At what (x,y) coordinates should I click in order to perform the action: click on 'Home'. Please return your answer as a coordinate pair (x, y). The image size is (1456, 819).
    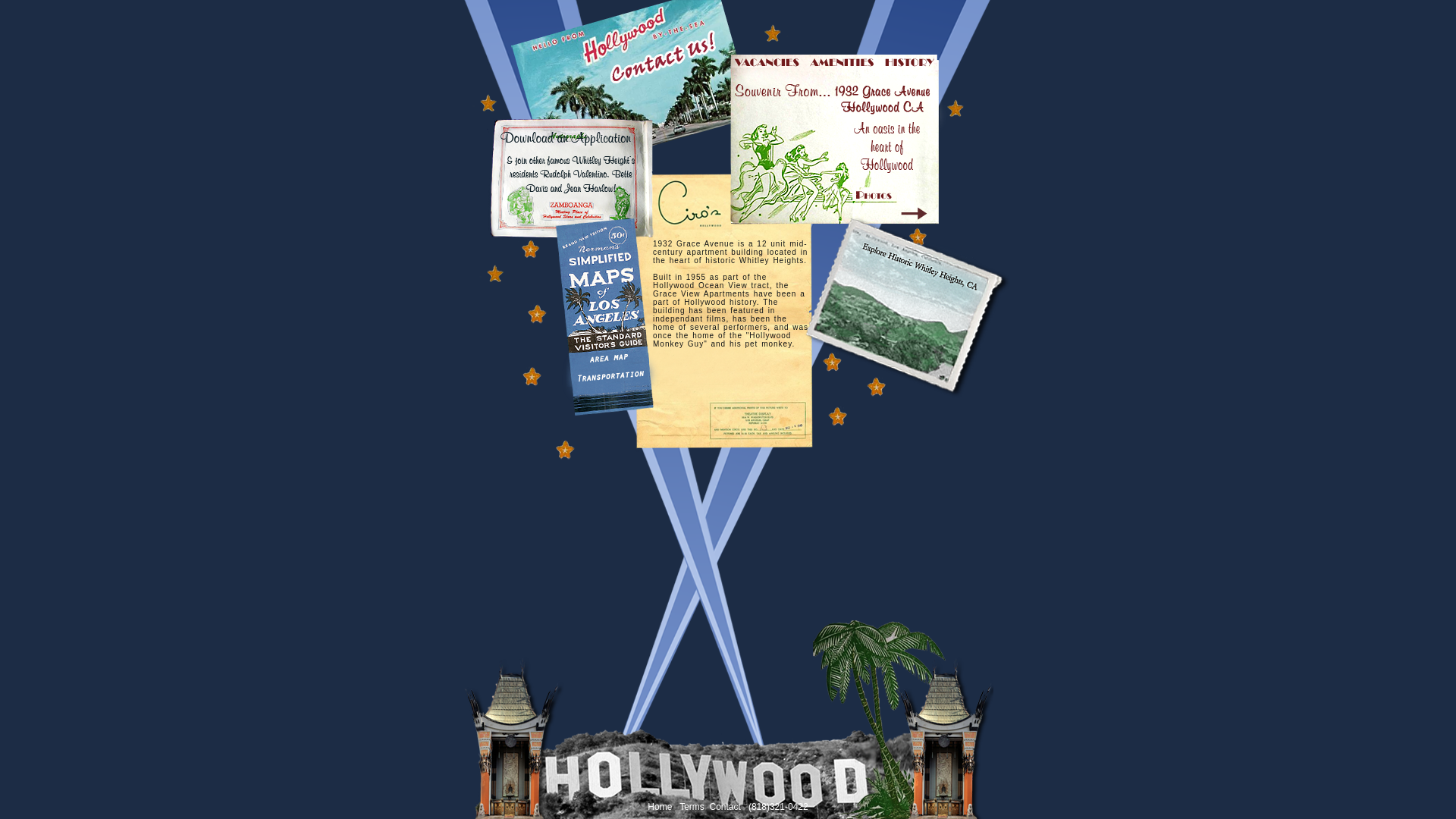
    Looking at the image, I should click on (659, 806).